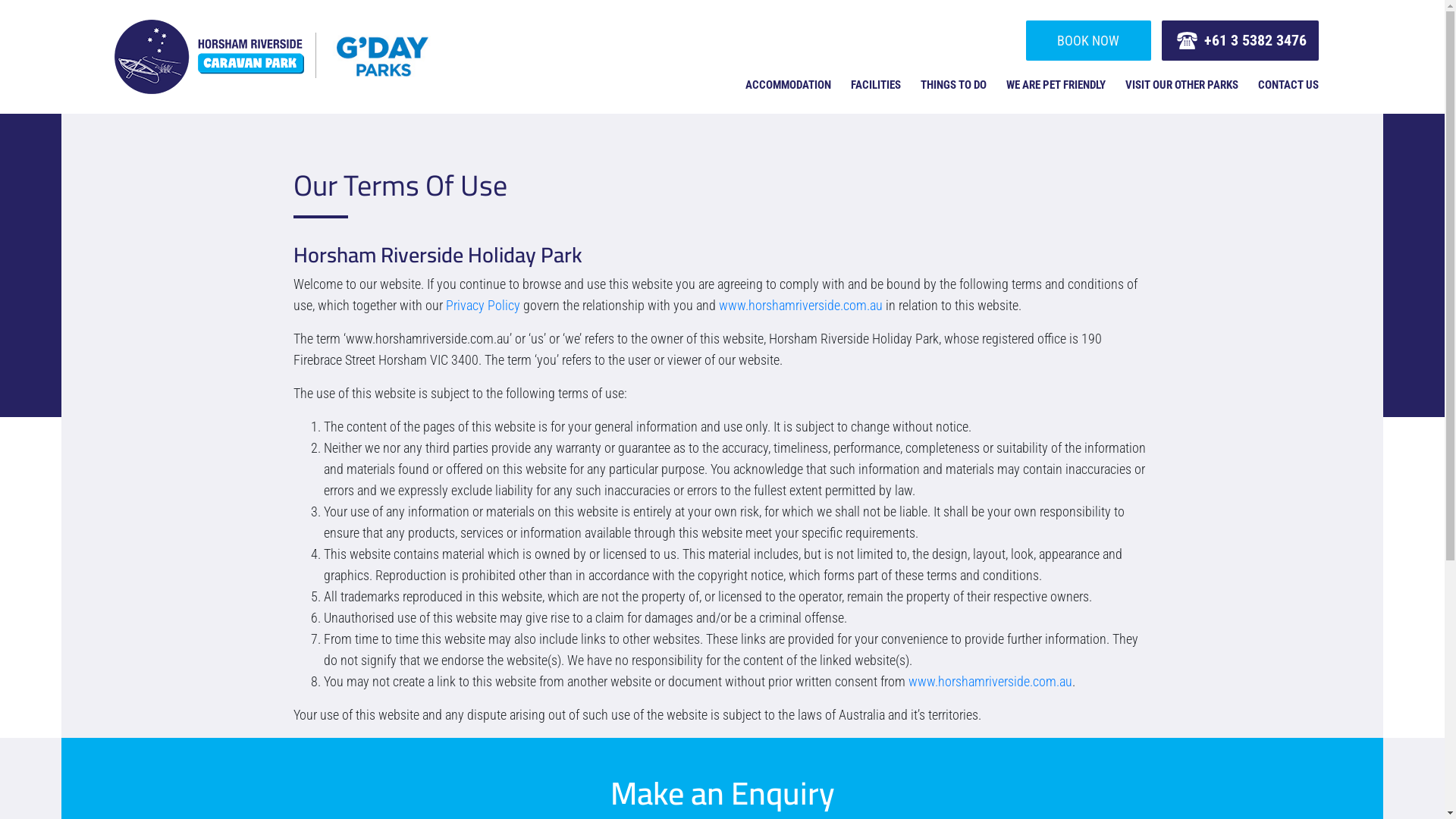 The height and width of the screenshot is (819, 1456). Describe the element at coordinates (800, 305) in the screenshot. I see `'www.horshamriverside.com.au'` at that location.